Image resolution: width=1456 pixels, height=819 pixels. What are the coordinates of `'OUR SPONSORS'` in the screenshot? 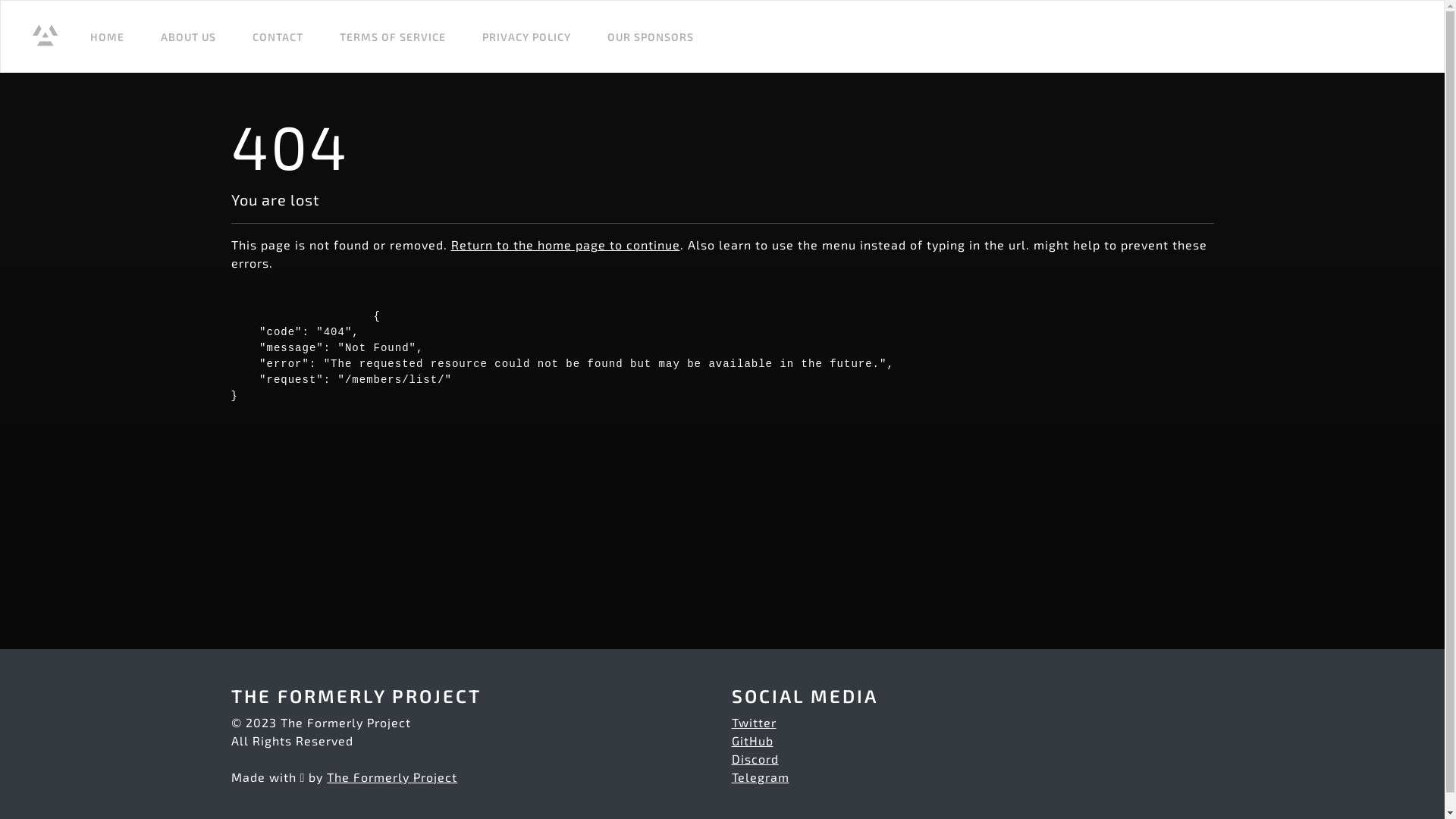 It's located at (600, 35).